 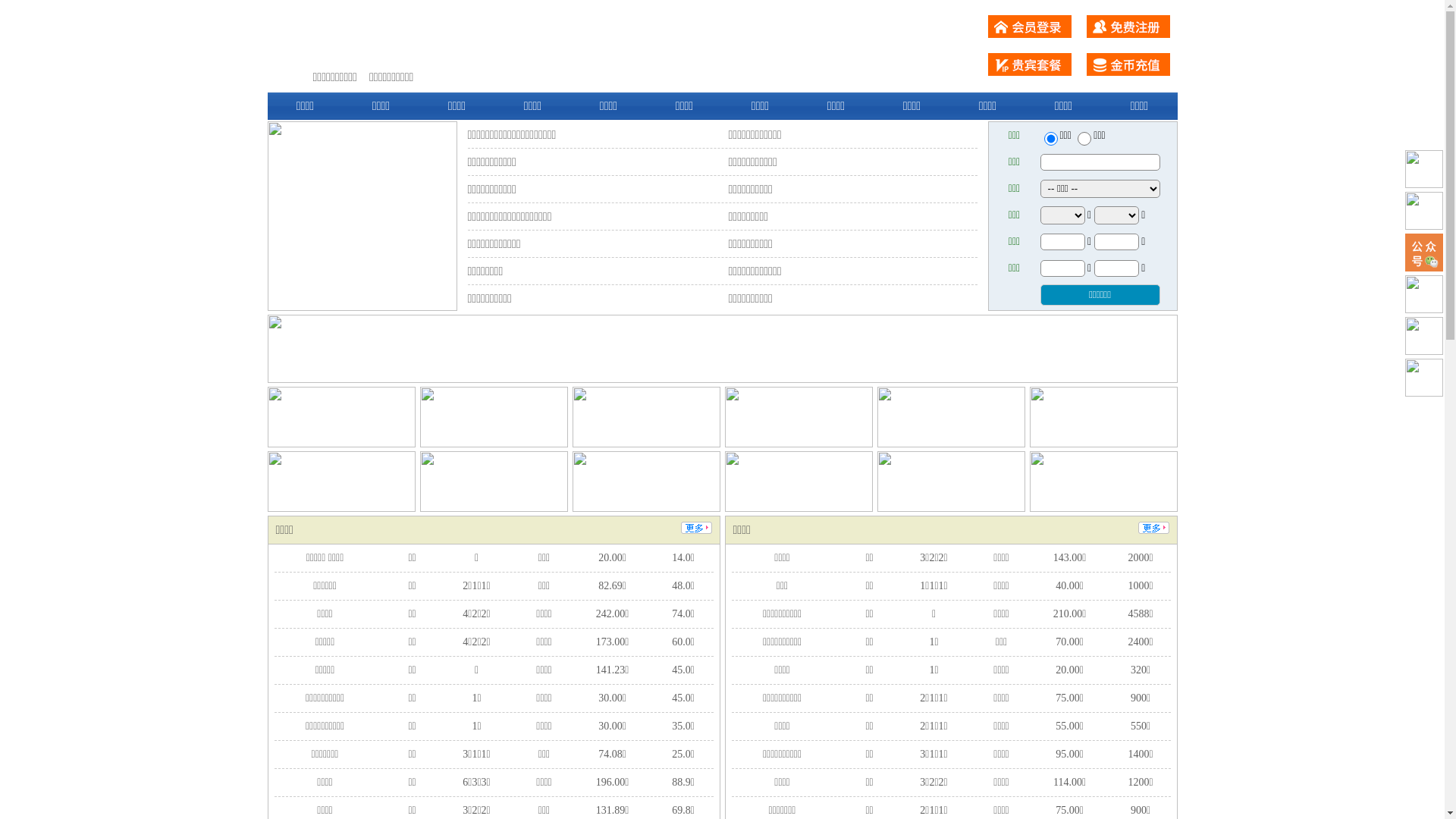 I want to click on 'ershou', so click(x=1050, y=138).